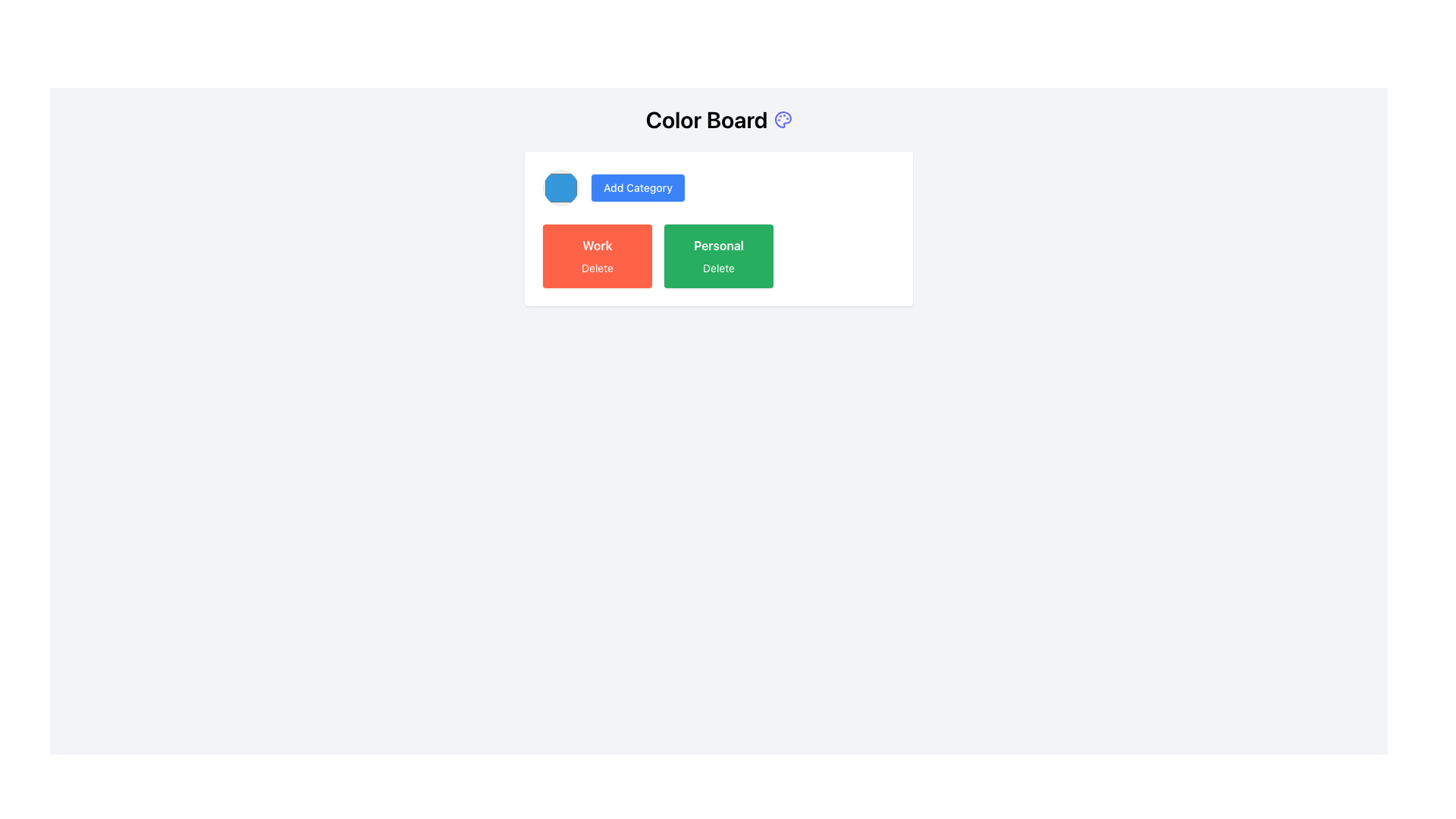 This screenshot has width=1456, height=819. Describe the element at coordinates (783, 119) in the screenshot. I see `the painter's palette icon with a blue outline, located to the right of the 'Color Board' text at the top of the interface` at that location.